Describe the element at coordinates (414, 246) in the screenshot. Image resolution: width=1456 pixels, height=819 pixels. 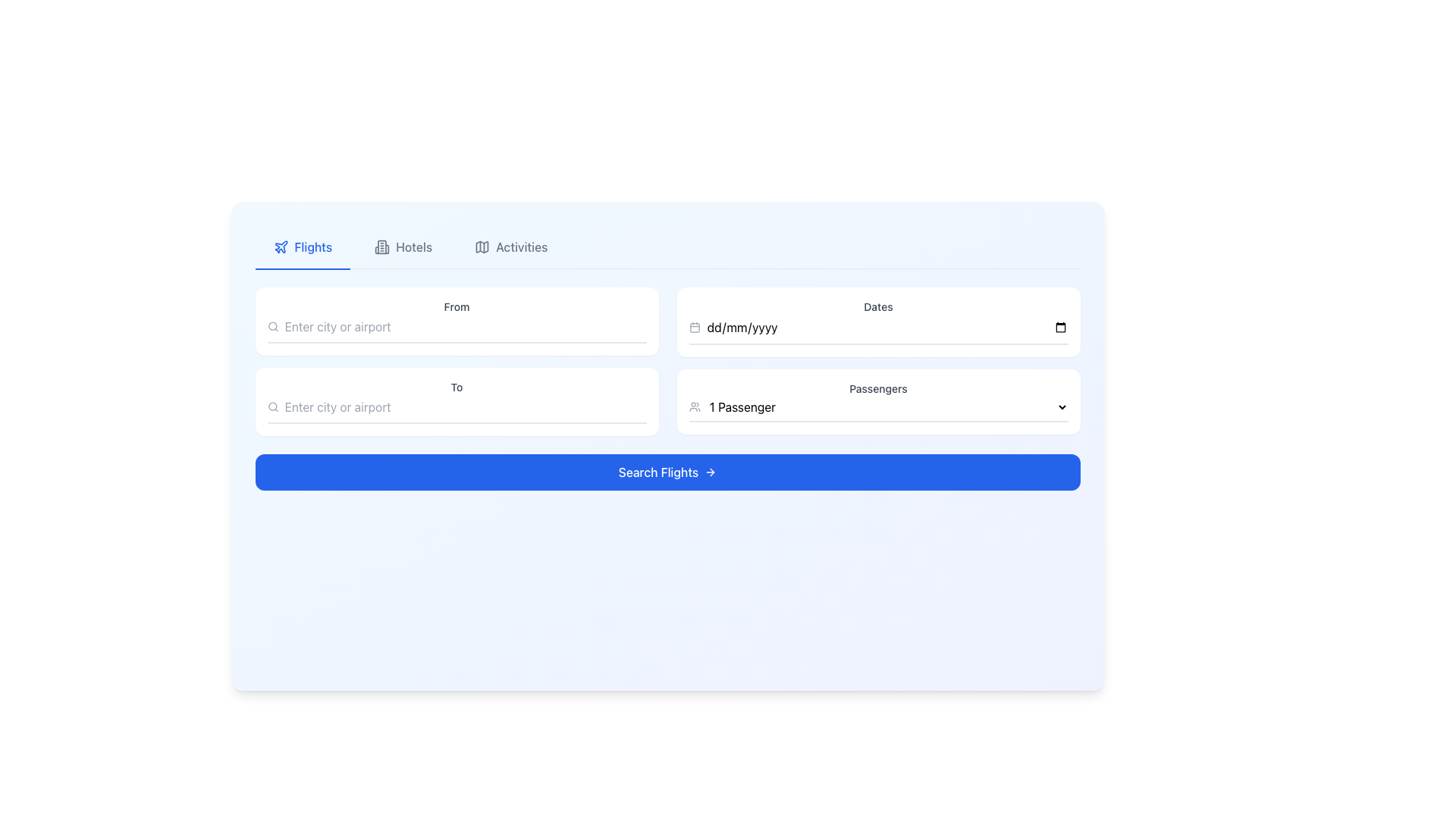
I see `the navigation label for hotels, which is the second text element in the navigation item group located on the center-right side of the header section` at that location.